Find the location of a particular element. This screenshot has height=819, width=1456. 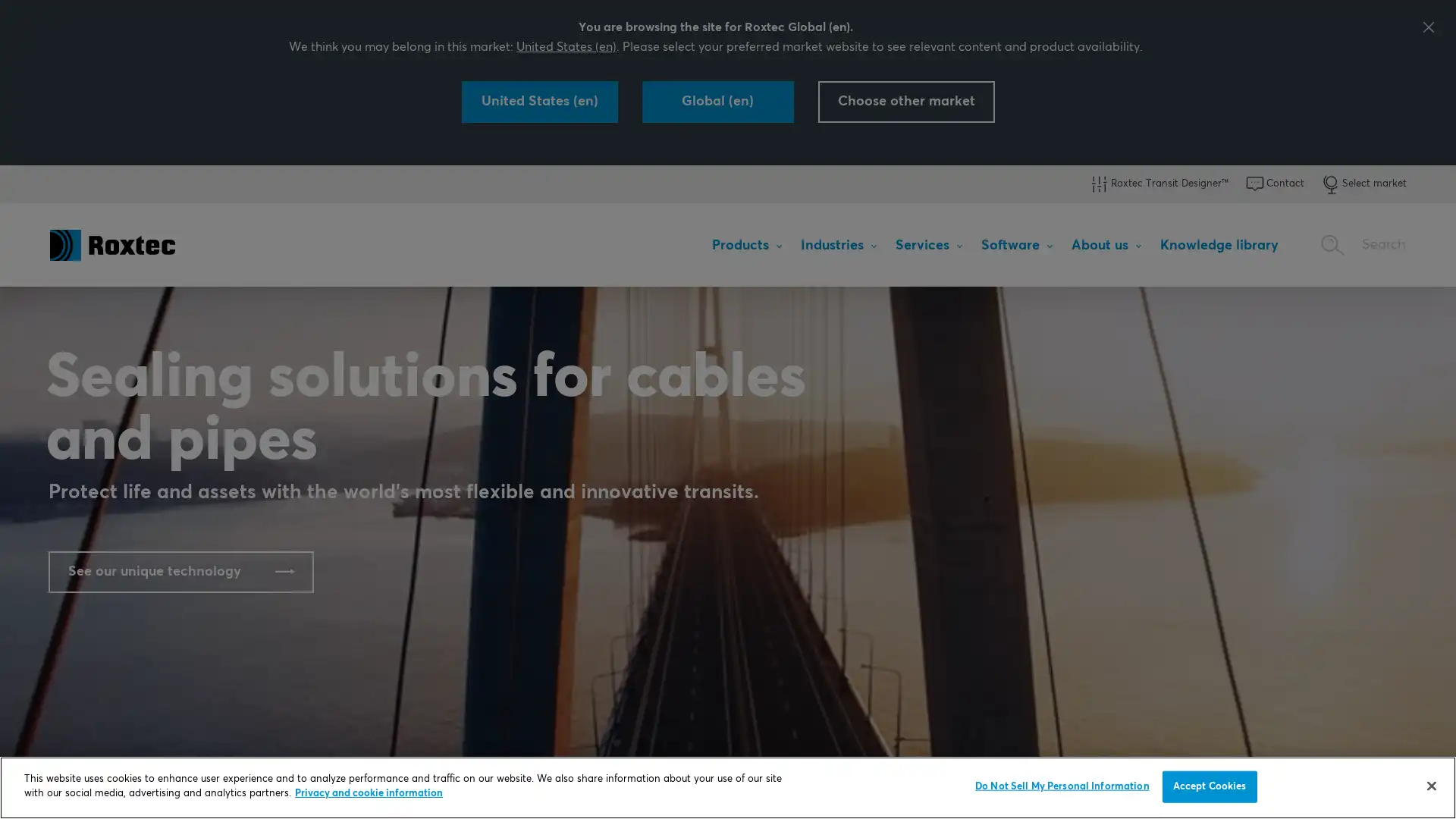

Accept Cookies is located at coordinates (1208, 786).